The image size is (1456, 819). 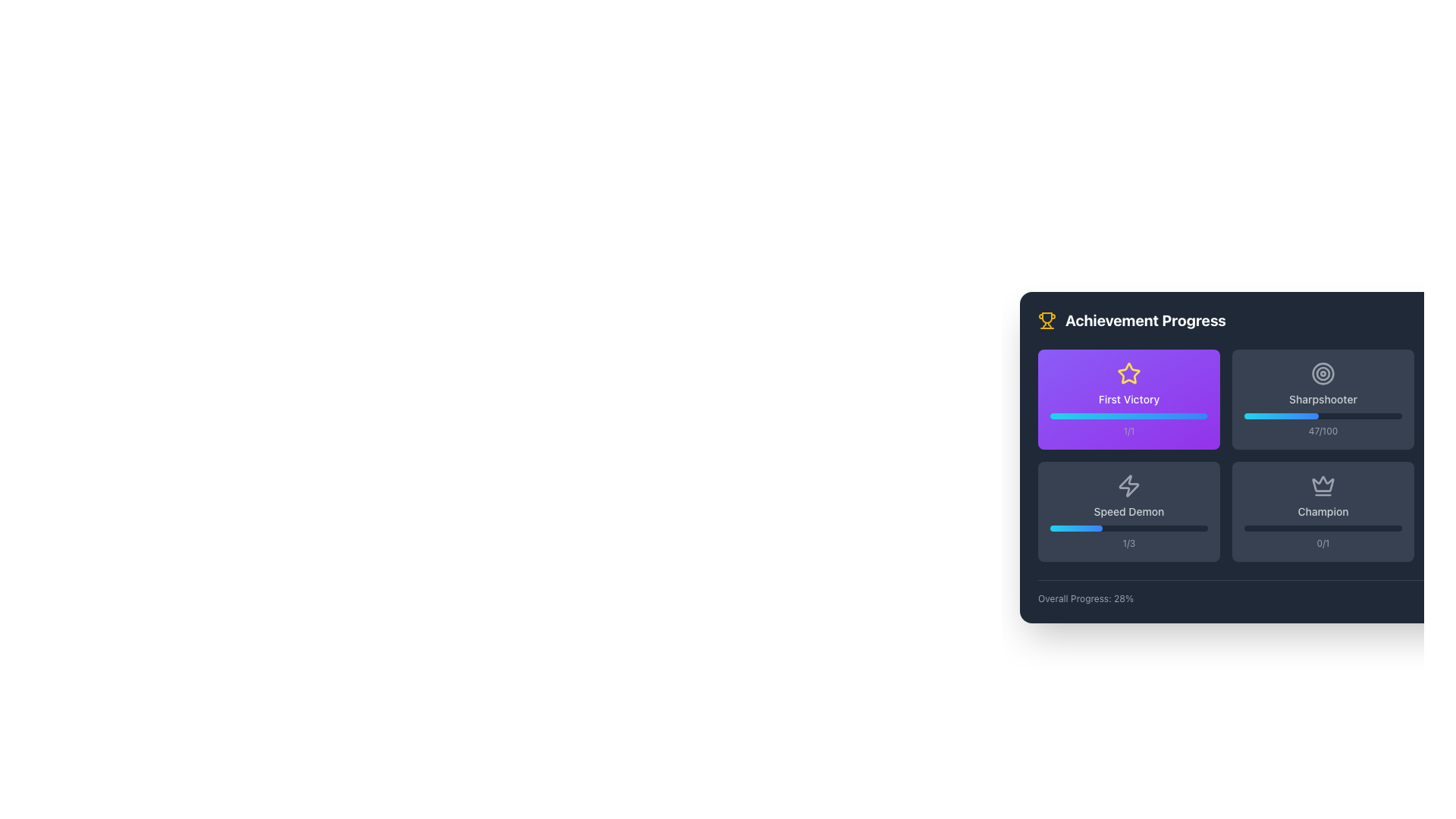 I want to click on the decorative icon representing the 'Sharpshooter' achievement located at the top-center of the 'Sharpshooter' card in the 'Achievement Progress' section, so click(x=1323, y=374).